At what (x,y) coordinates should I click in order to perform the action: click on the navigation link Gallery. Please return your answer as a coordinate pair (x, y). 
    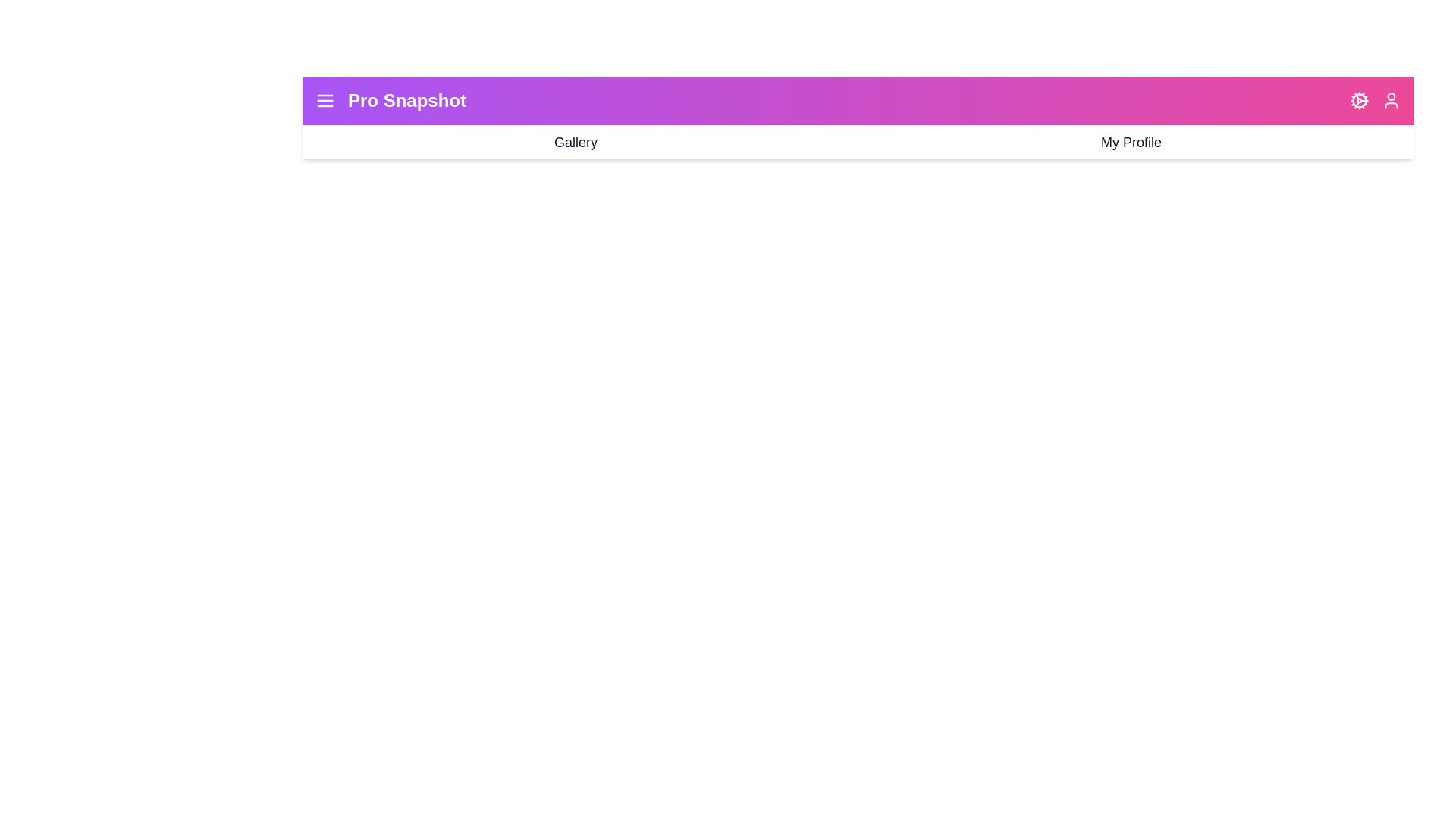
    Looking at the image, I should click on (574, 143).